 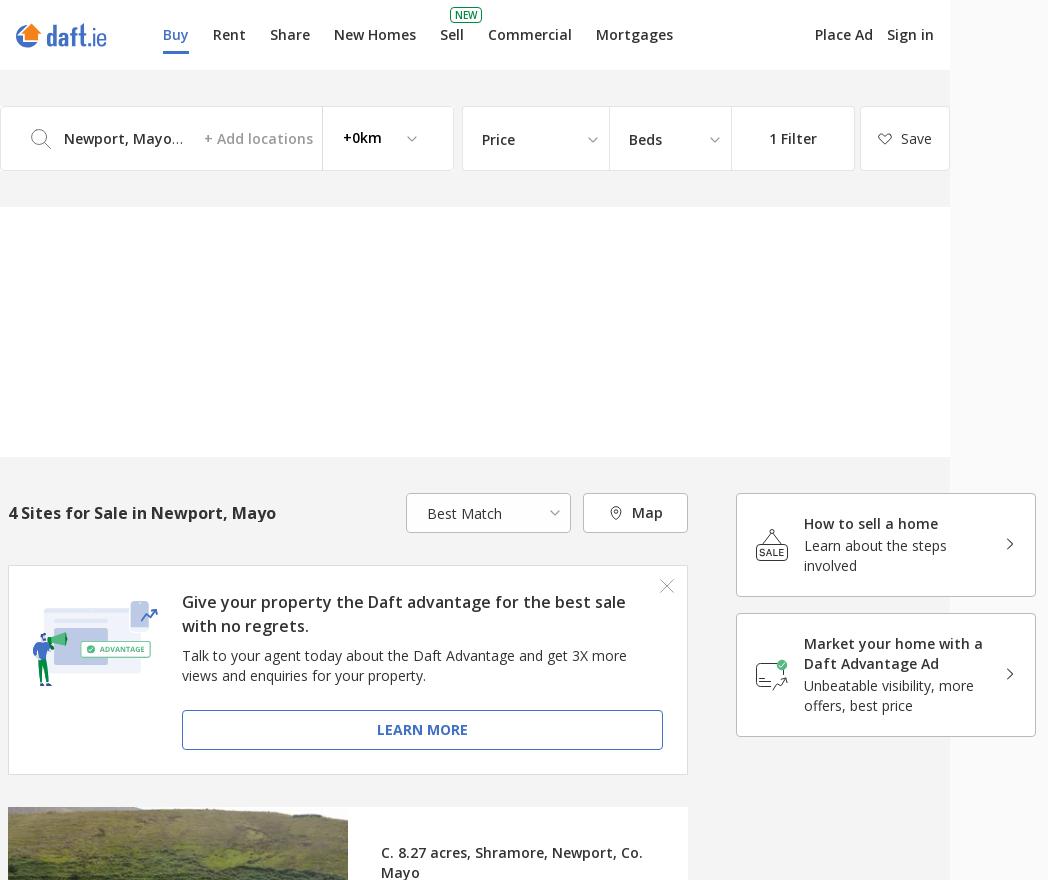 What do you see at coordinates (403, 664) in the screenshot?
I see `'Talk to your agent today about the Daft Advantage and get 3X more views and enquiries for your property.'` at bounding box center [403, 664].